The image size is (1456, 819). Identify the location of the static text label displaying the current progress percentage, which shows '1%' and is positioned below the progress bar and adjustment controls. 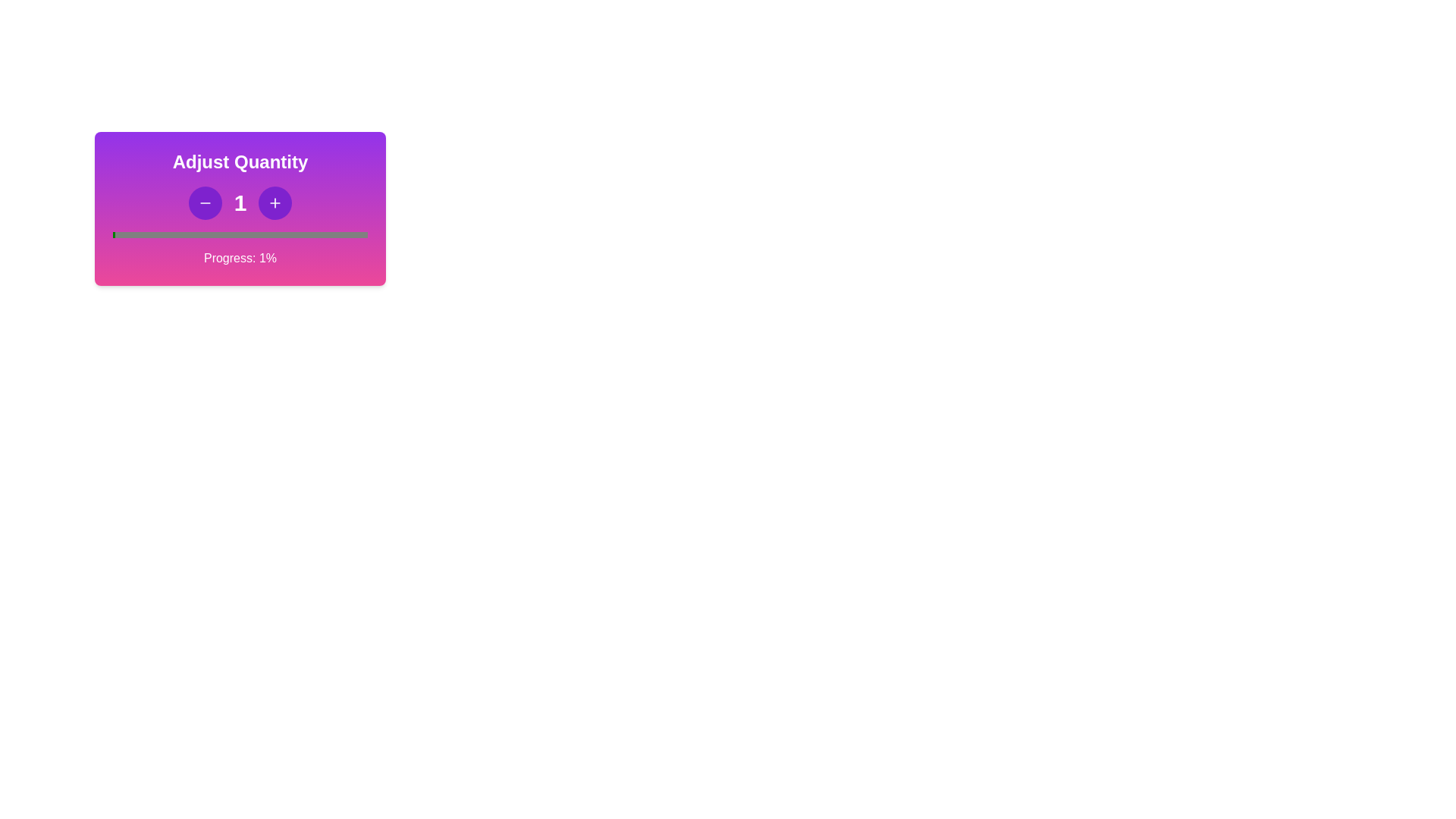
(239, 257).